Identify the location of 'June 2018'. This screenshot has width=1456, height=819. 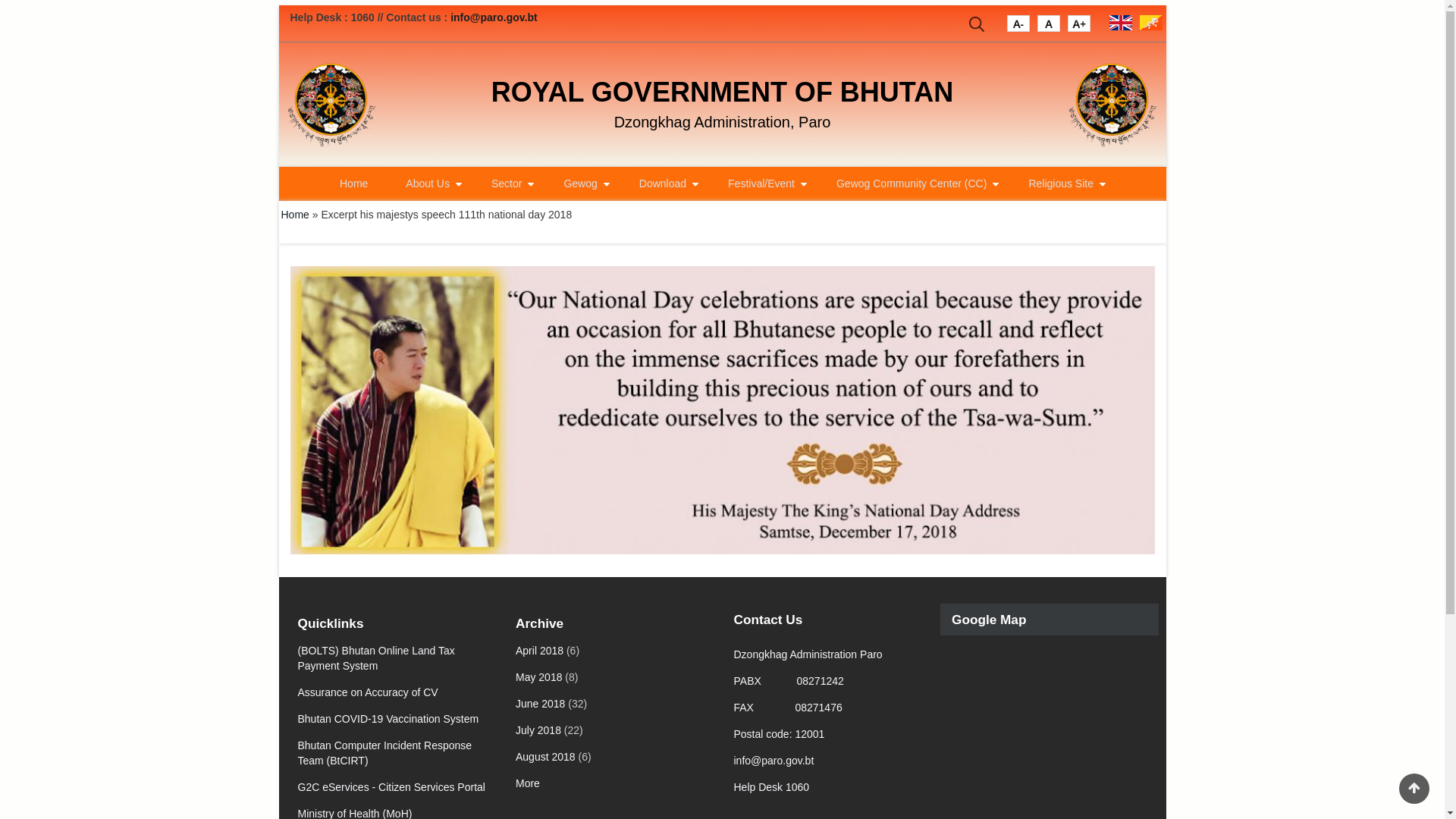
(540, 704).